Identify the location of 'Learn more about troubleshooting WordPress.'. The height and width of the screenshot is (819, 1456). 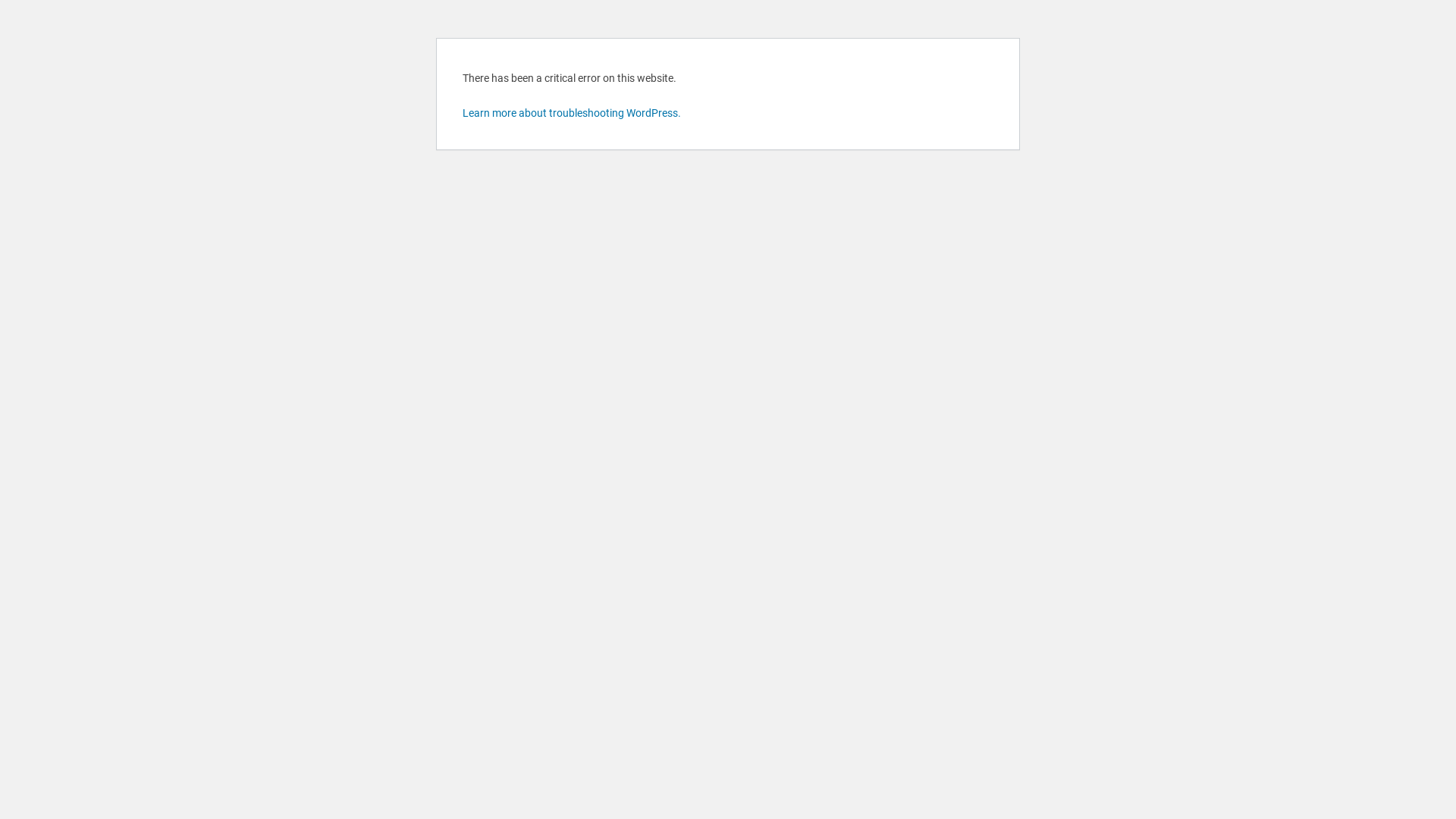
(570, 112).